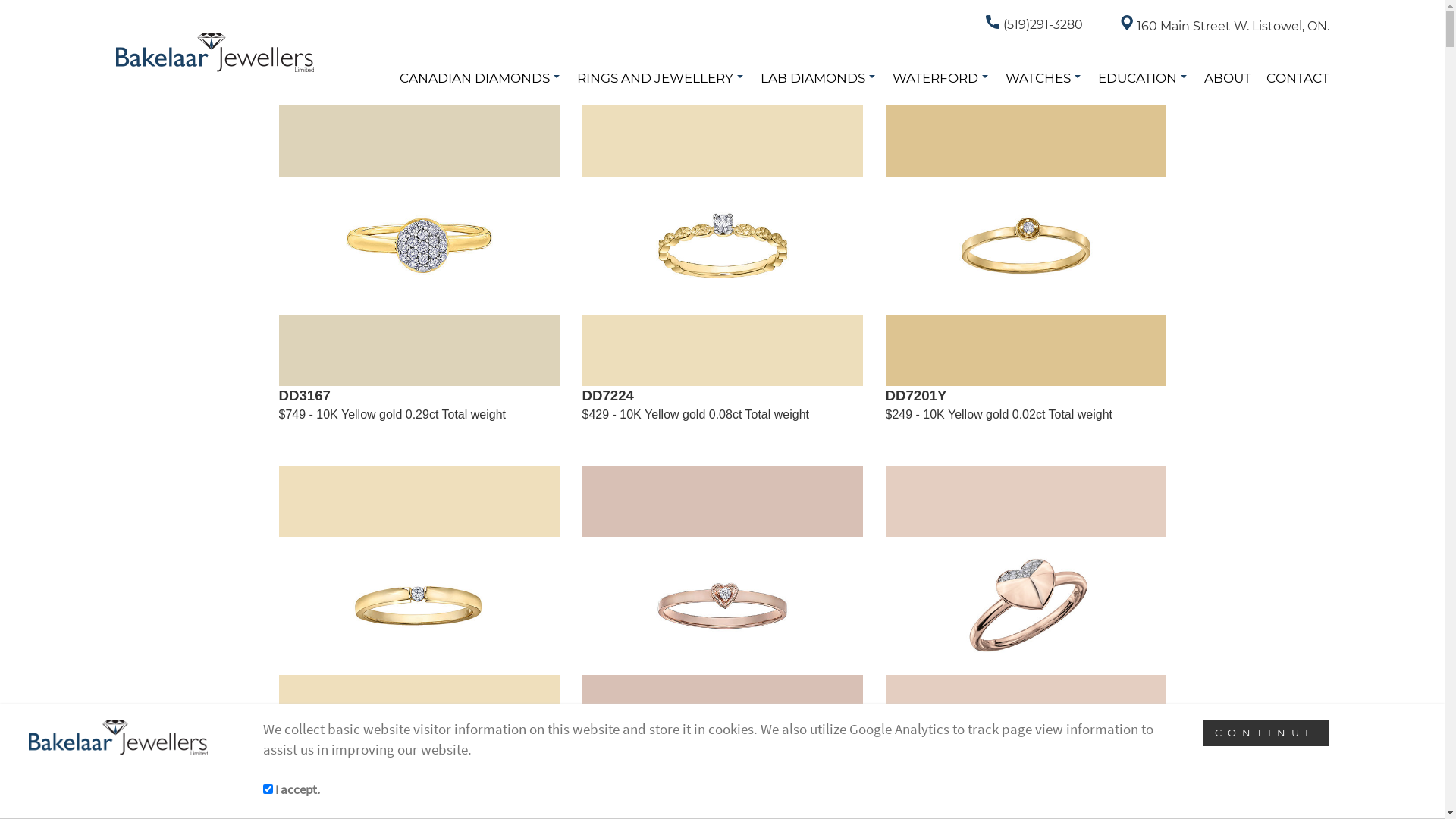 The width and height of the screenshot is (1456, 819). What do you see at coordinates (1143, 78) in the screenshot?
I see `'EDUCATION'` at bounding box center [1143, 78].